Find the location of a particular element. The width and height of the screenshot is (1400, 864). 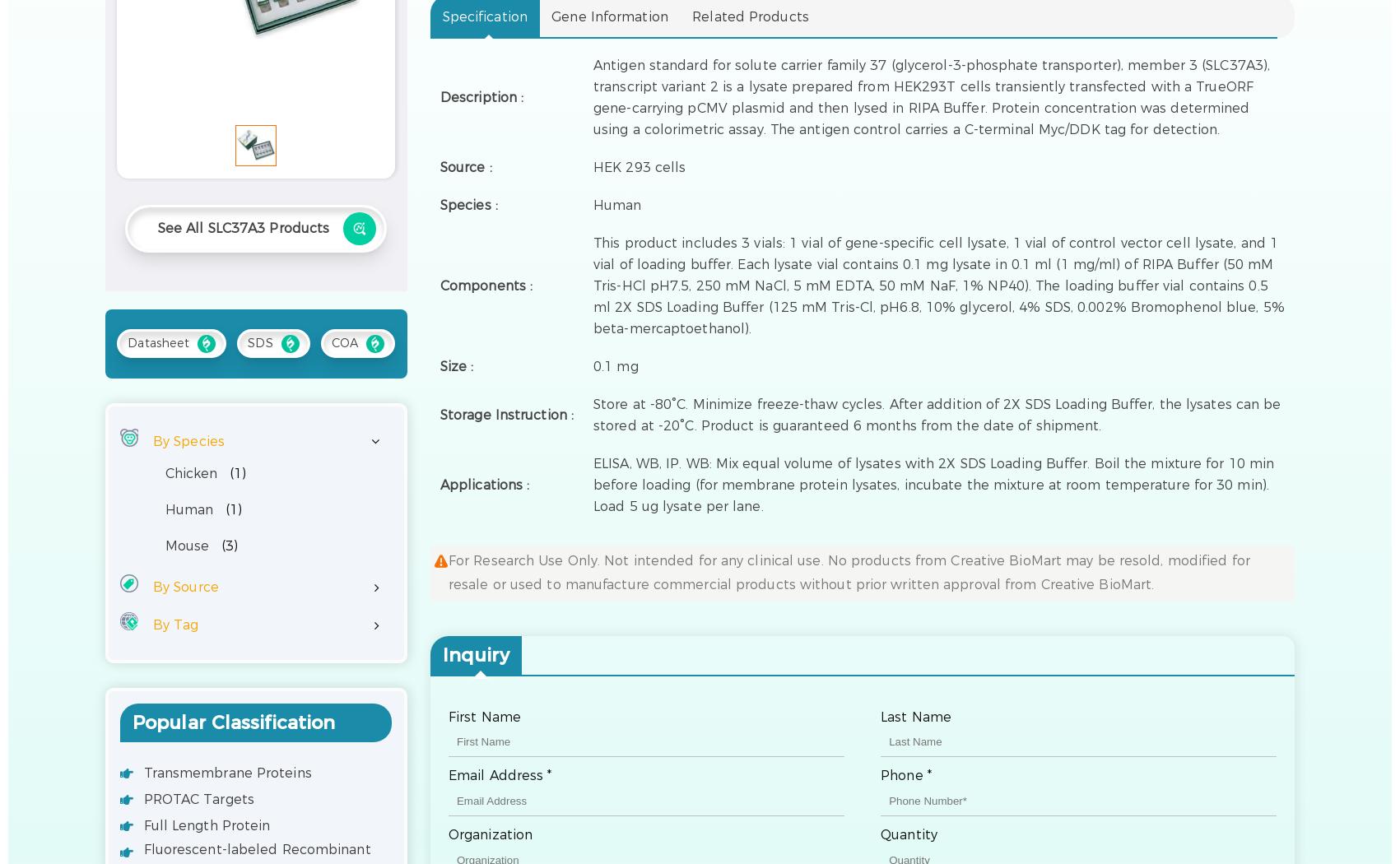

'Datasheet' is located at coordinates (157, 341).